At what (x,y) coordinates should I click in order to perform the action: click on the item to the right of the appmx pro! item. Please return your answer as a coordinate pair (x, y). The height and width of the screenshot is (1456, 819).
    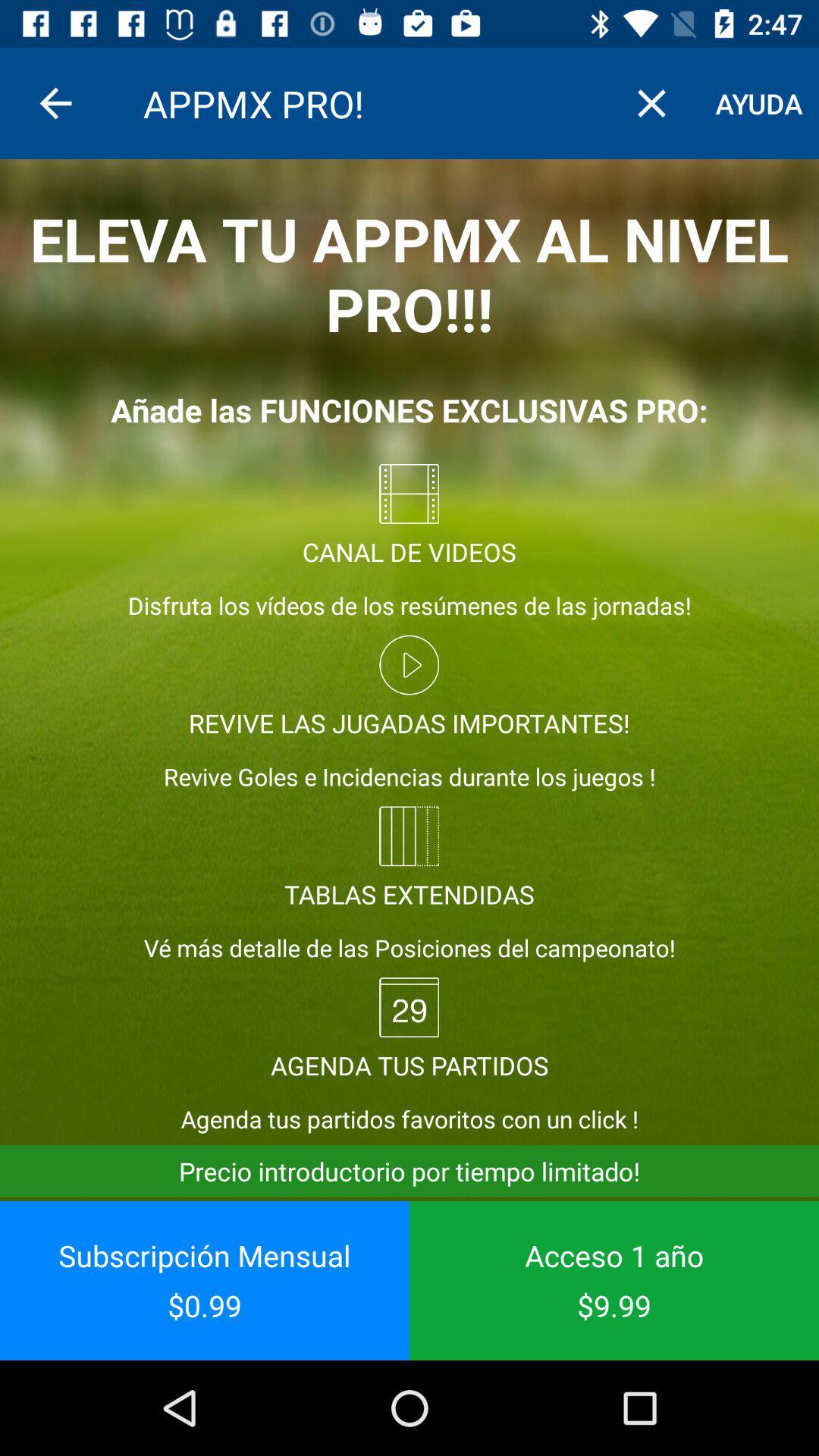
    Looking at the image, I should click on (651, 102).